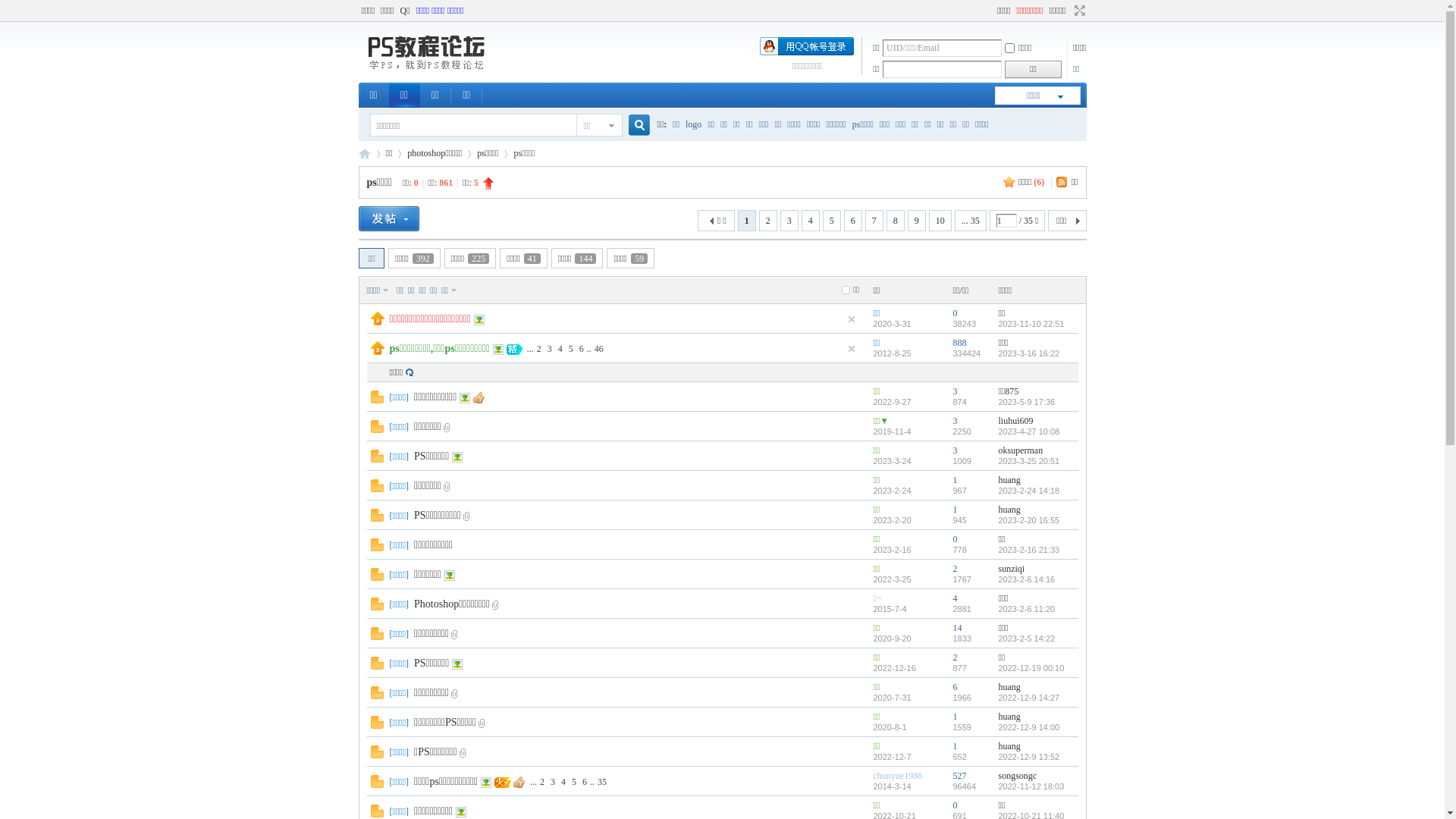 The height and width of the screenshot is (819, 1456). I want to click on '8', so click(886, 220).